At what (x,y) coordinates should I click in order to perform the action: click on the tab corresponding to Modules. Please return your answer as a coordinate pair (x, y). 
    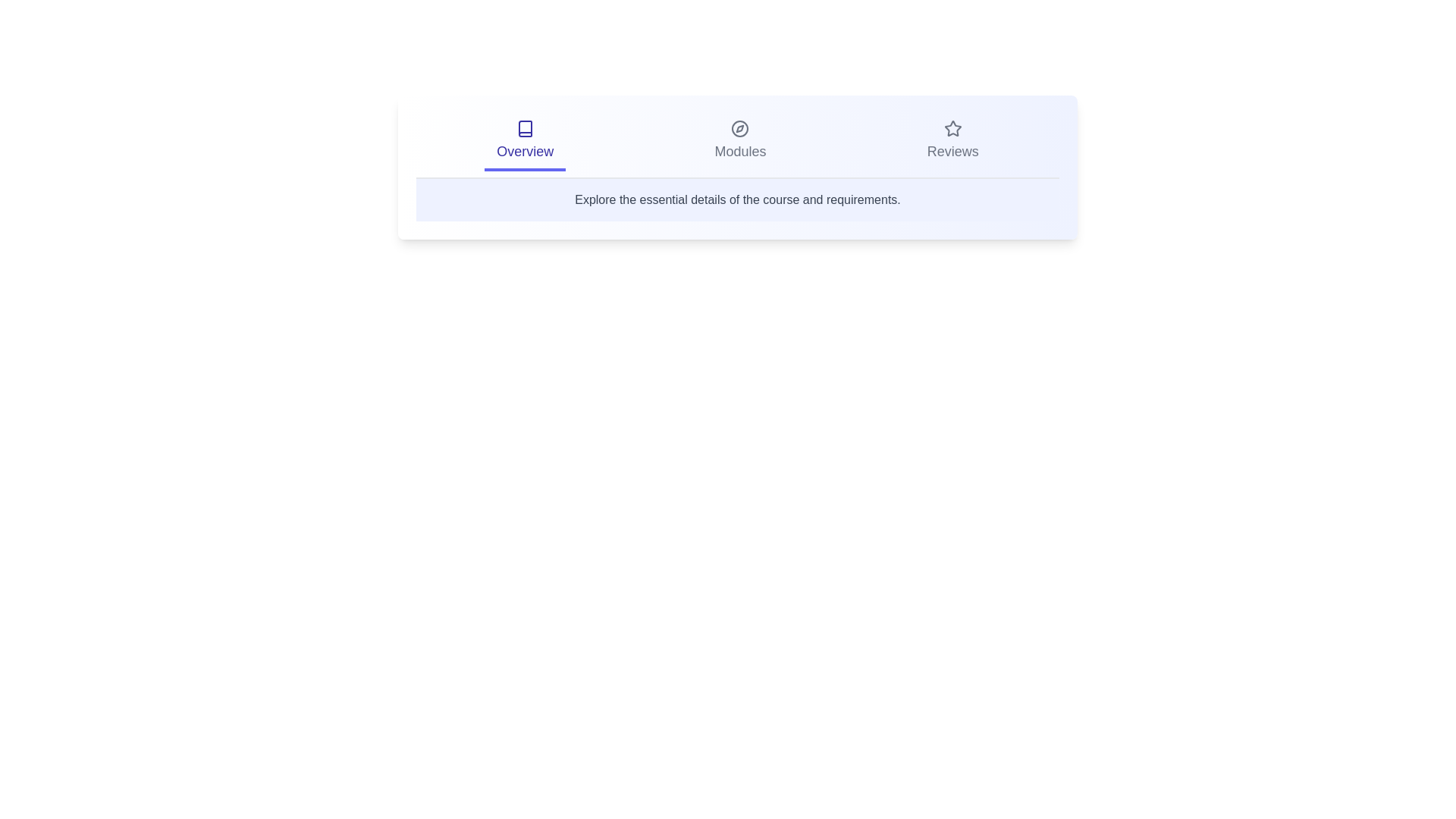
    Looking at the image, I should click on (740, 143).